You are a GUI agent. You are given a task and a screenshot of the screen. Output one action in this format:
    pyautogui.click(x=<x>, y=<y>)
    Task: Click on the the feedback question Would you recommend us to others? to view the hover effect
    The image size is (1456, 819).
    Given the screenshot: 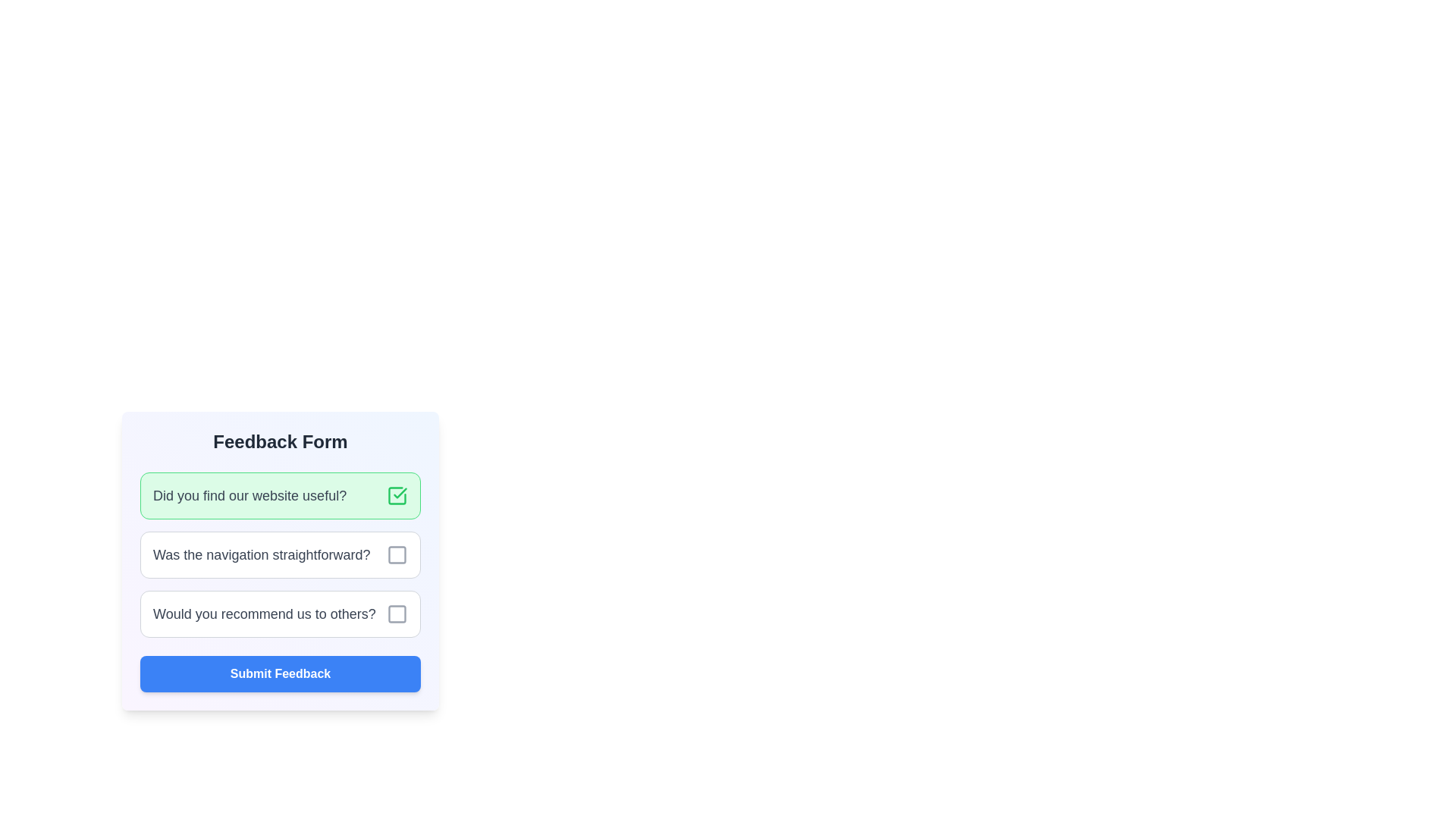 What is the action you would take?
    pyautogui.click(x=280, y=614)
    